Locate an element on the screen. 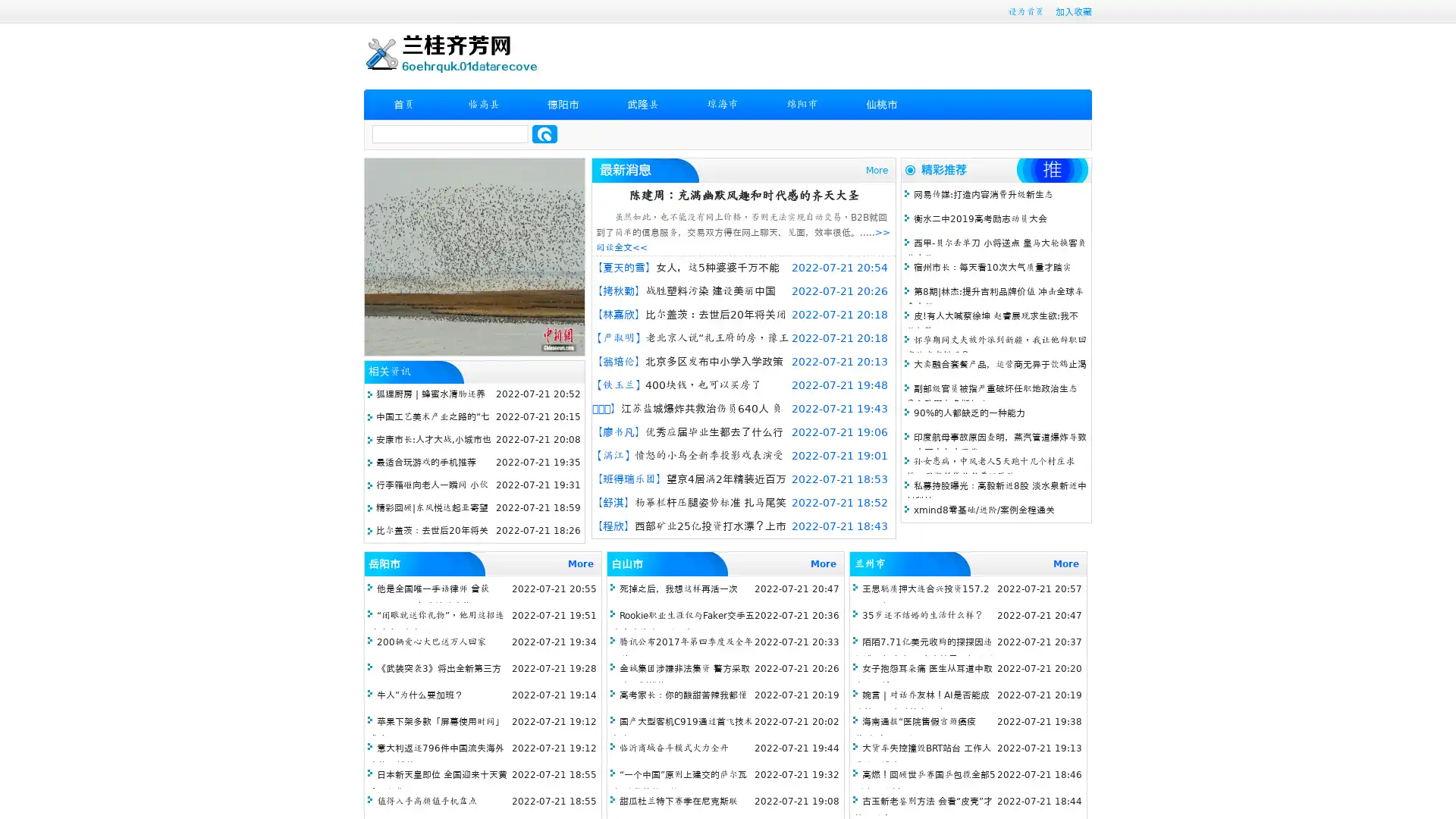 Image resolution: width=1456 pixels, height=819 pixels. Search is located at coordinates (544, 133).